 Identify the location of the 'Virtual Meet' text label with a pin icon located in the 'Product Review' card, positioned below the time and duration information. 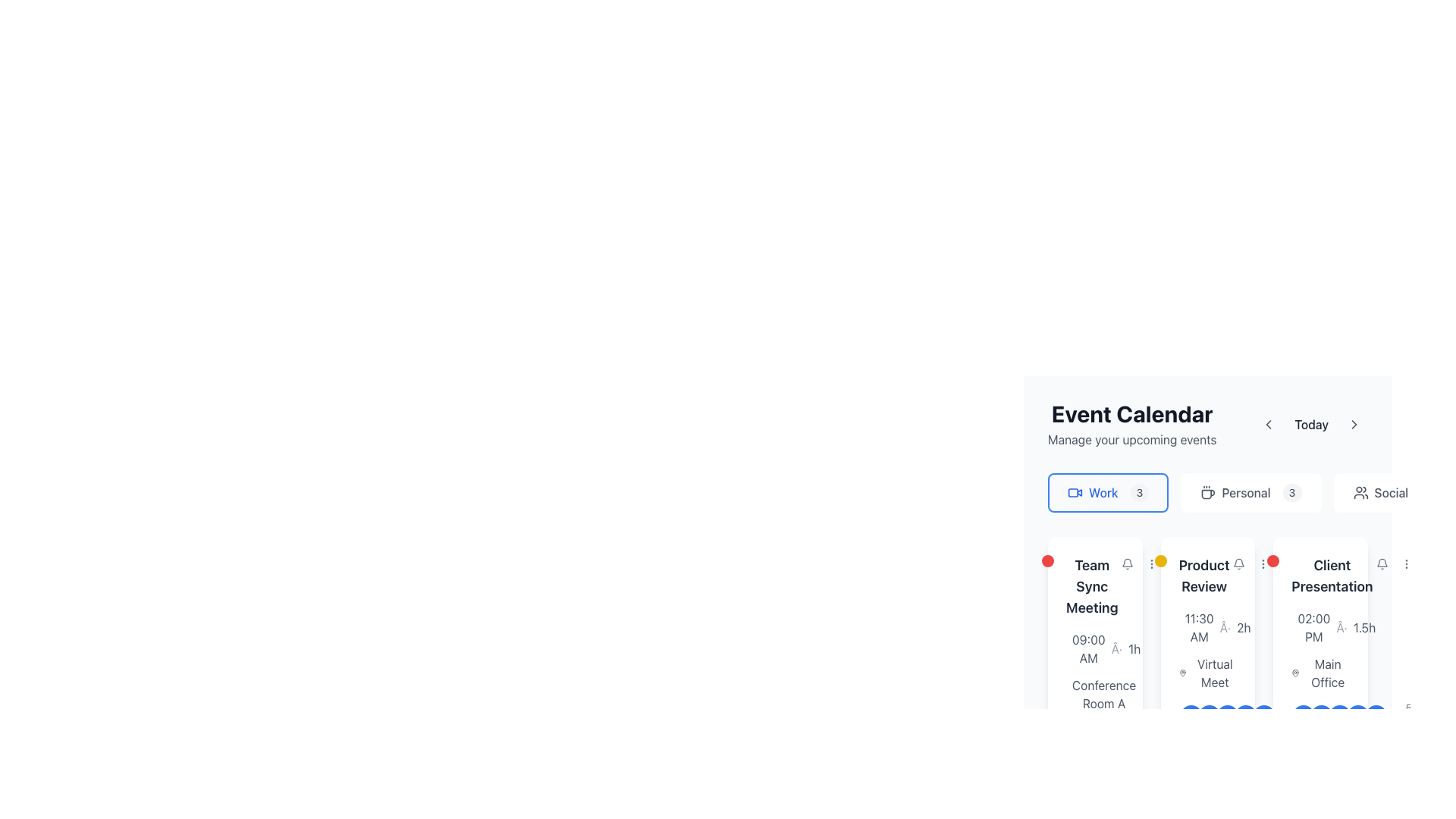
(1207, 672).